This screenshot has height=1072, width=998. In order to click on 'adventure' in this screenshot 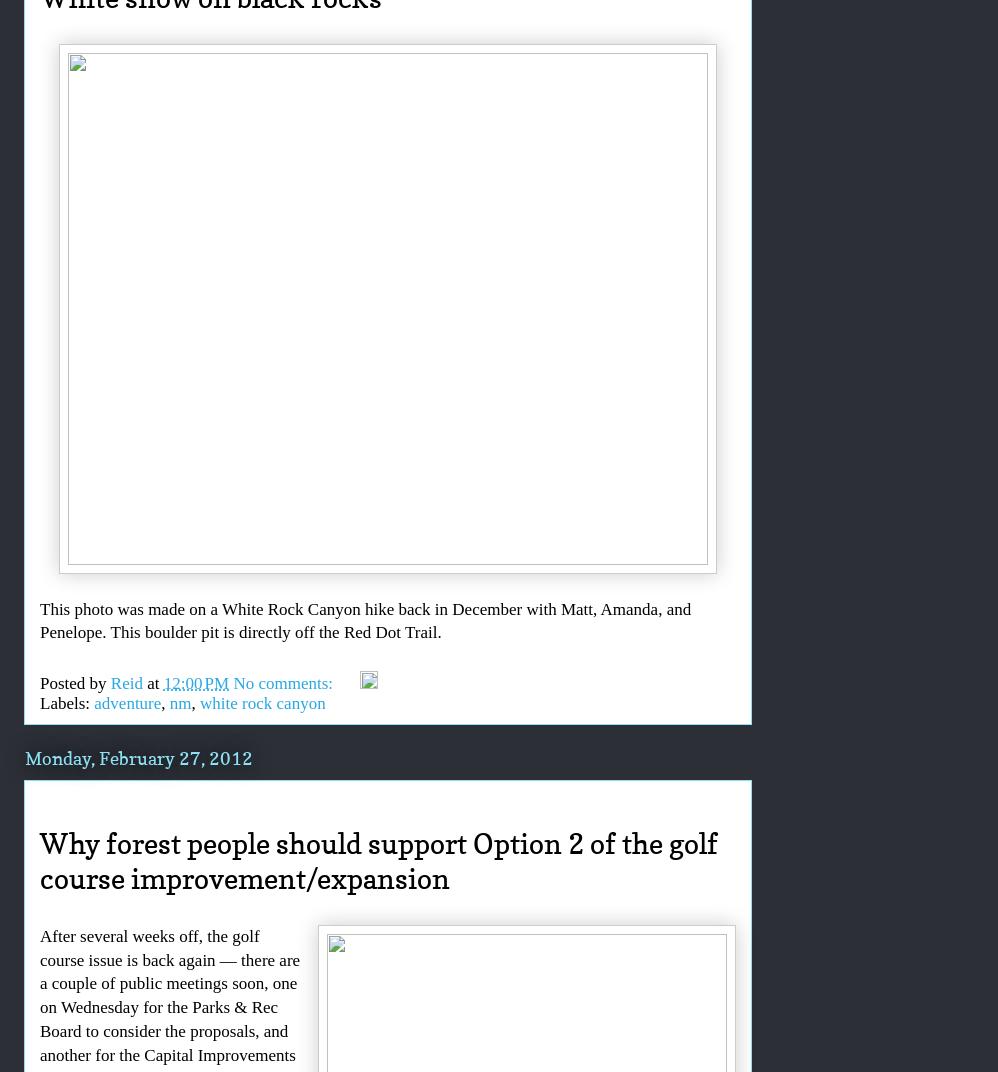, I will do `click(127, 701)`.